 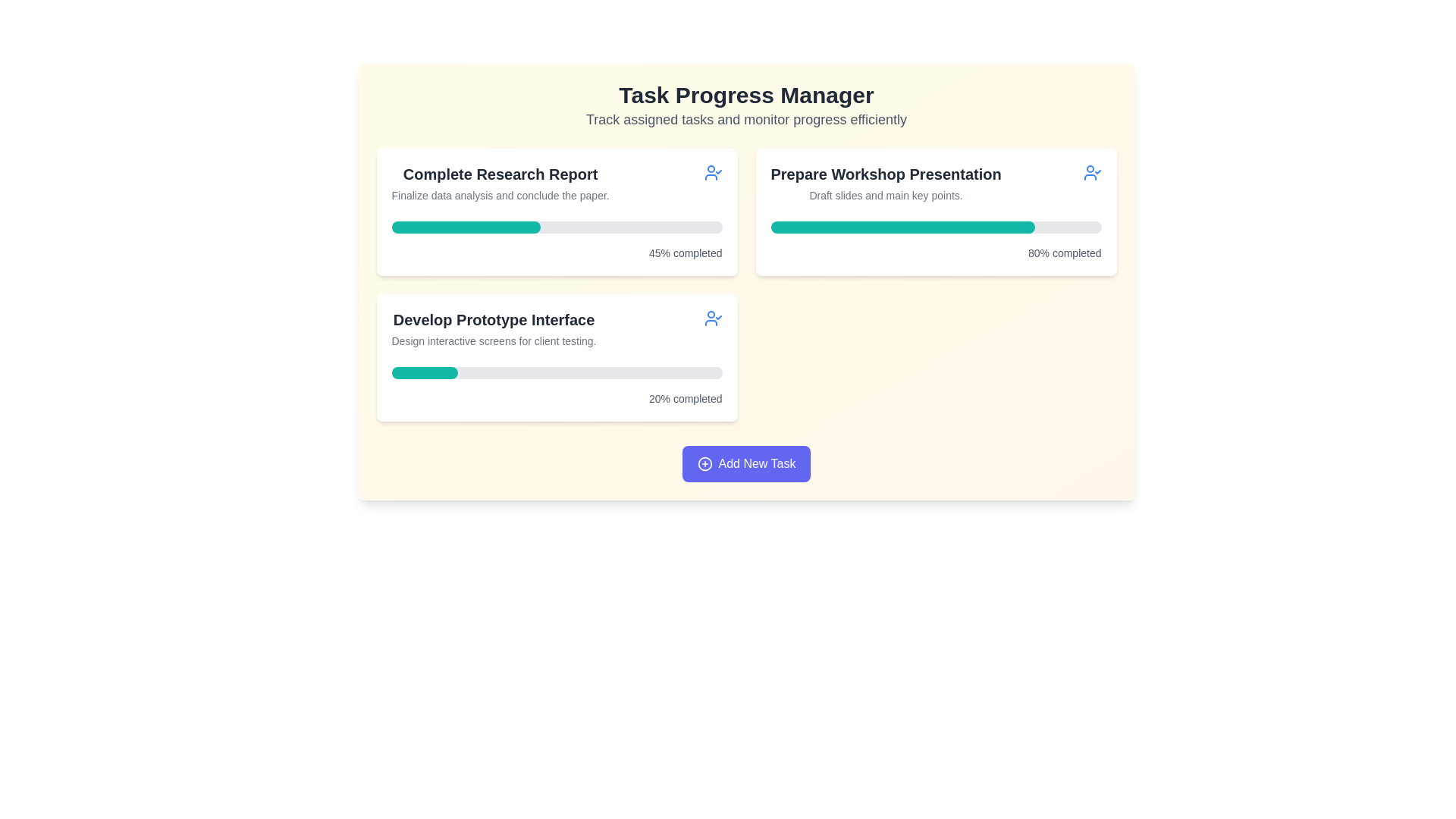 I want to click on title text element located at the top of the bottom-left card, which serves as an overview for the task represented by the card, so click(x=494, y=318).